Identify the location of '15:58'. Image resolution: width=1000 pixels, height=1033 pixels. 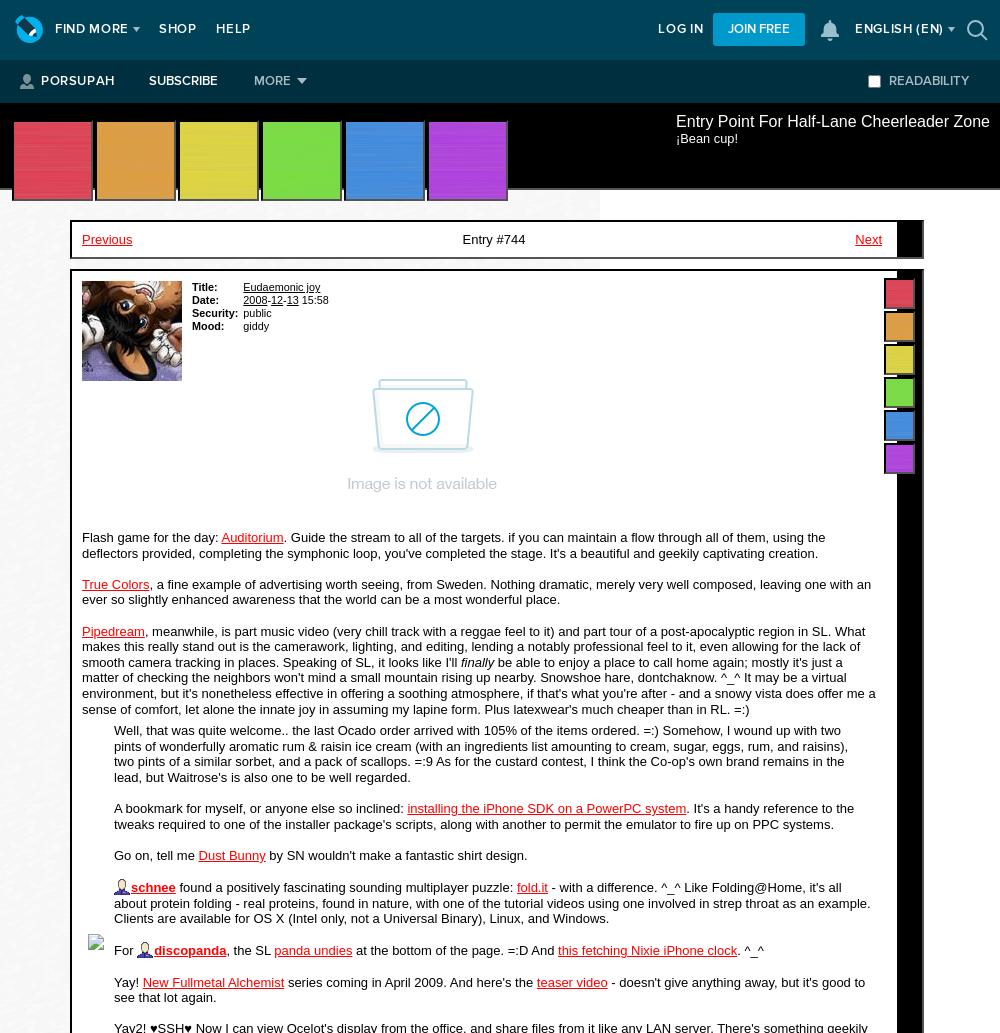
(312, 298).